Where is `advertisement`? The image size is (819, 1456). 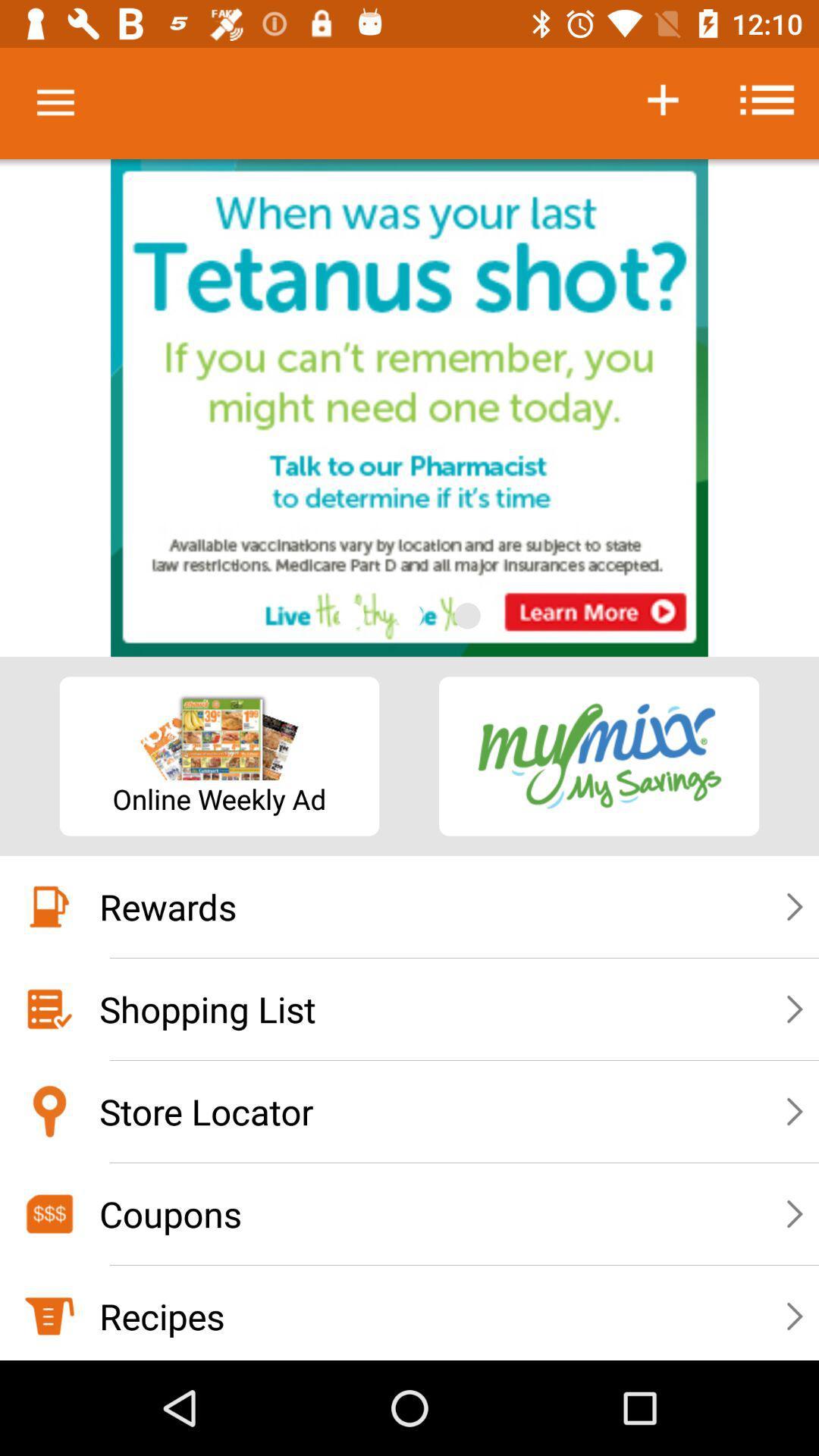
advertisement is located at coordinates (409, 408).